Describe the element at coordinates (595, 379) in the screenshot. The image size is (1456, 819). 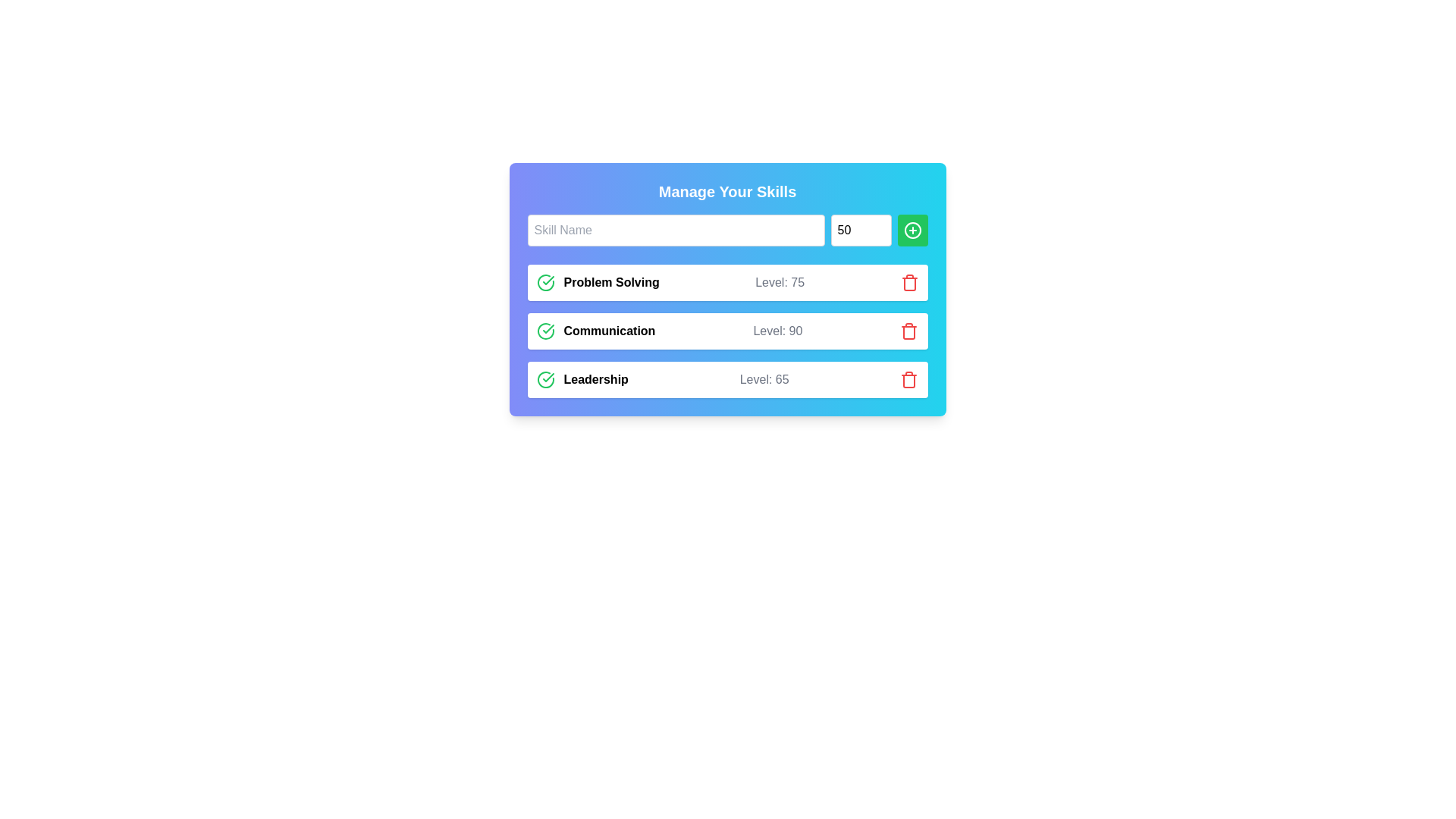
I see `the text label displaying 'Leadership', which is styled in bold and located next to a green checkmark icon in the skill management list` at that location.